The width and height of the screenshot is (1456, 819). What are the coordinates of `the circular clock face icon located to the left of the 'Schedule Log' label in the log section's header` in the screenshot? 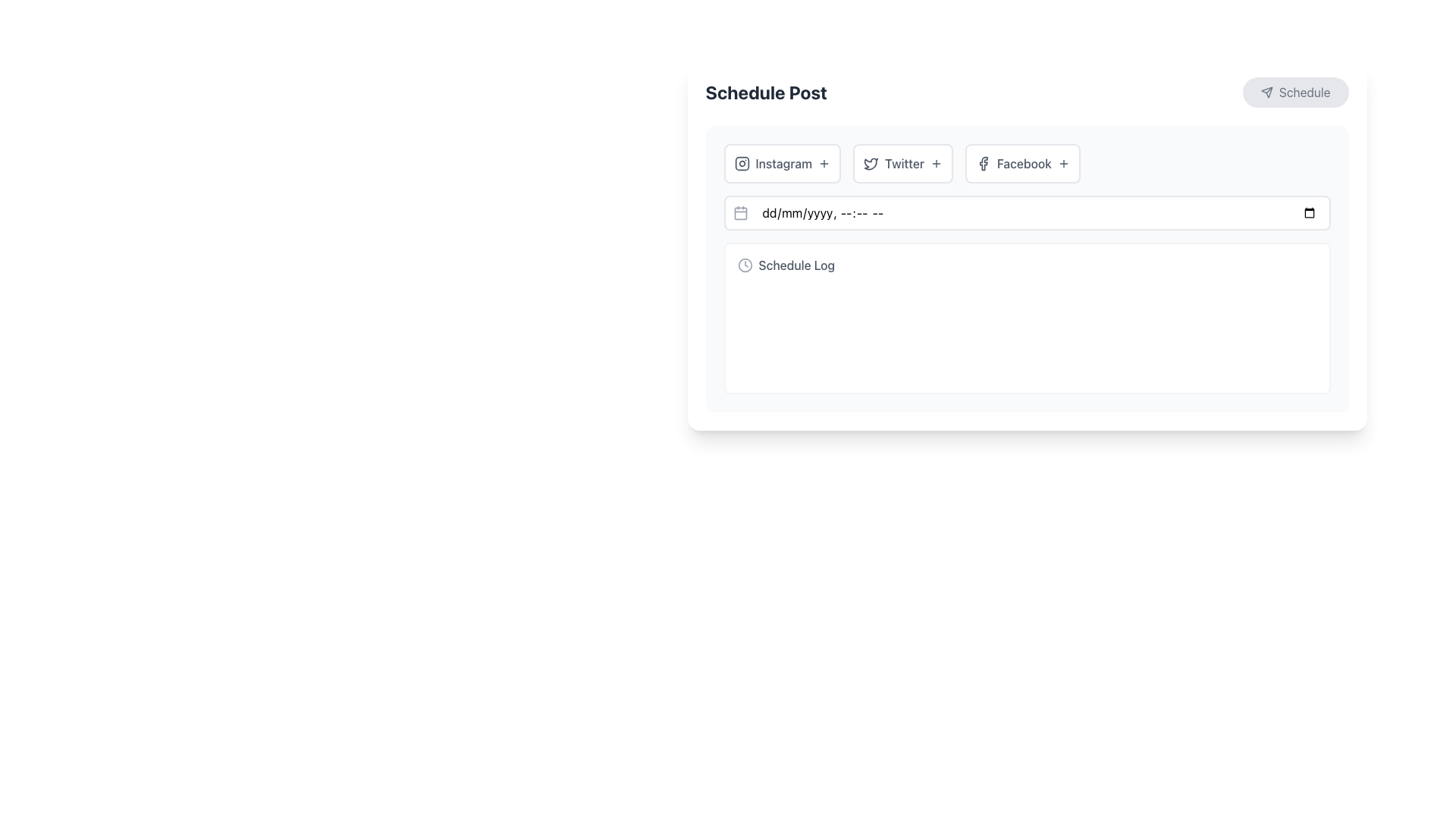 It's located at (745, 265).